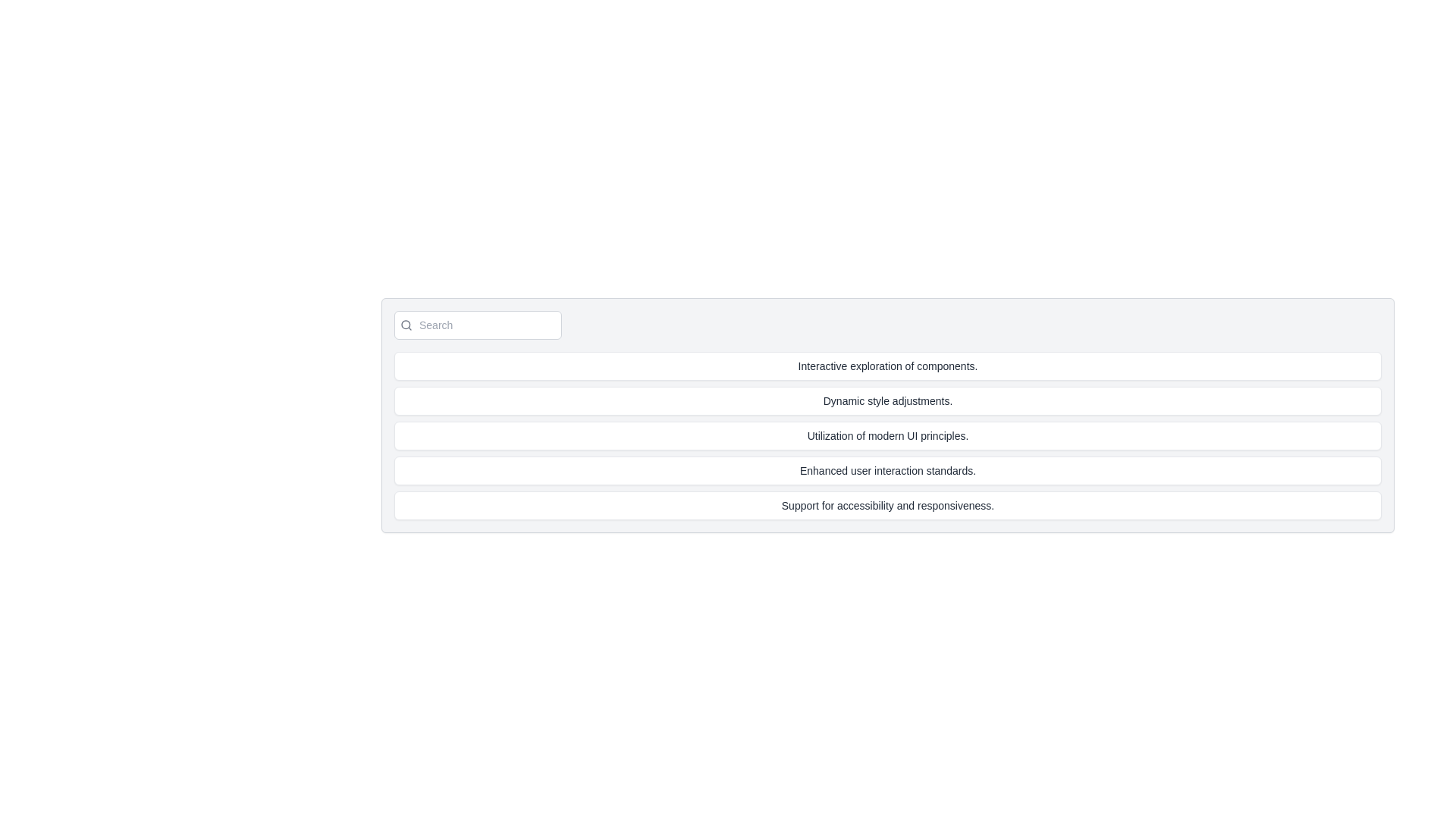 Image resolution: width=1456 pixels, height=819 pixels. Describe the element at coordinates (901, 400) in the screenshot. I see `the character 'd' in the phrase 'Dynamic style adjustments' located in the second list item of a vertical list` at that location.